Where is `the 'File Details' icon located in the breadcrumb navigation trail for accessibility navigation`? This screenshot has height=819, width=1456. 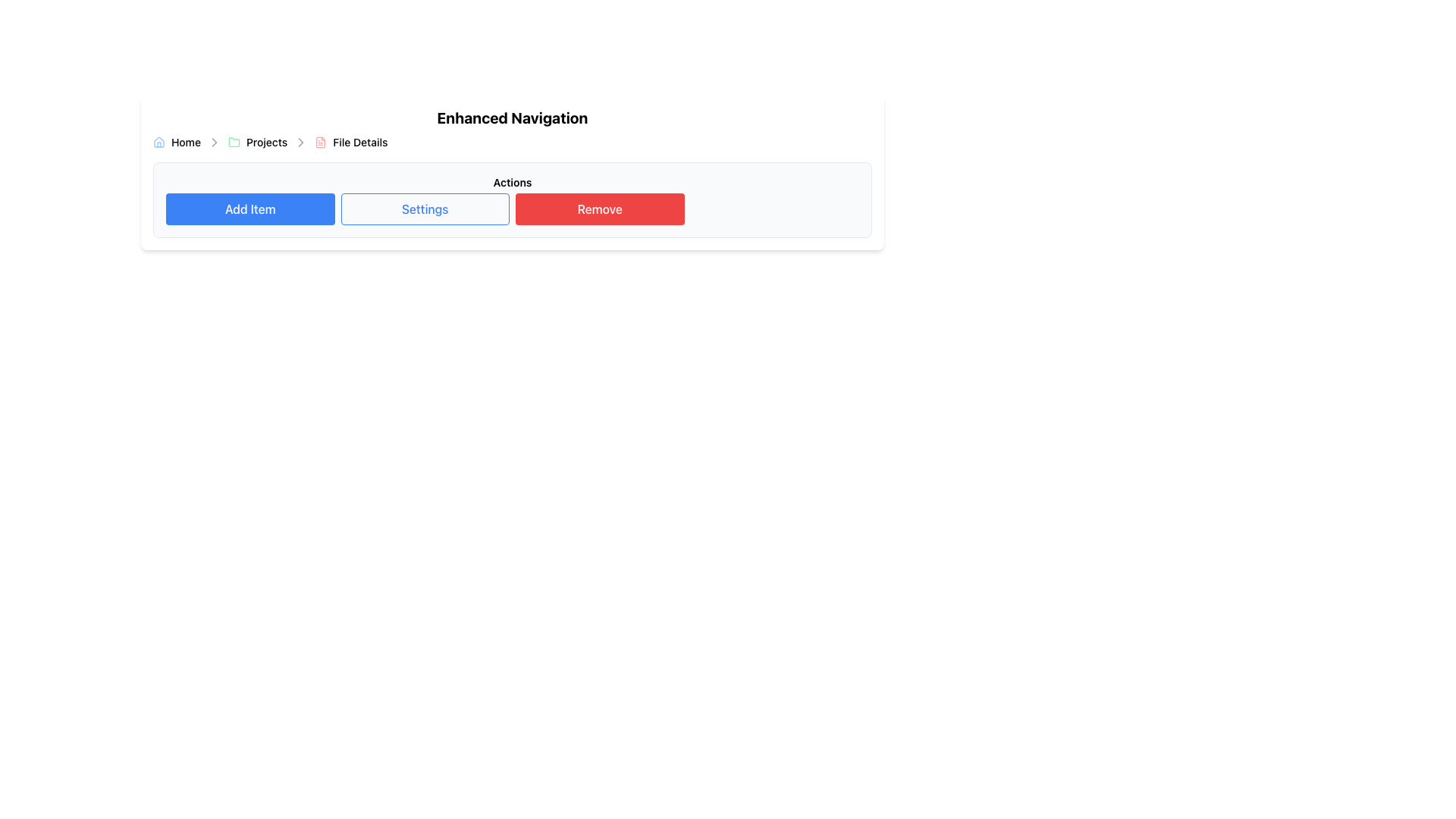 the 'File Details' icon located in the breadcrumb navigation trail for accessibility navigation is located at coordinates (320, 143).